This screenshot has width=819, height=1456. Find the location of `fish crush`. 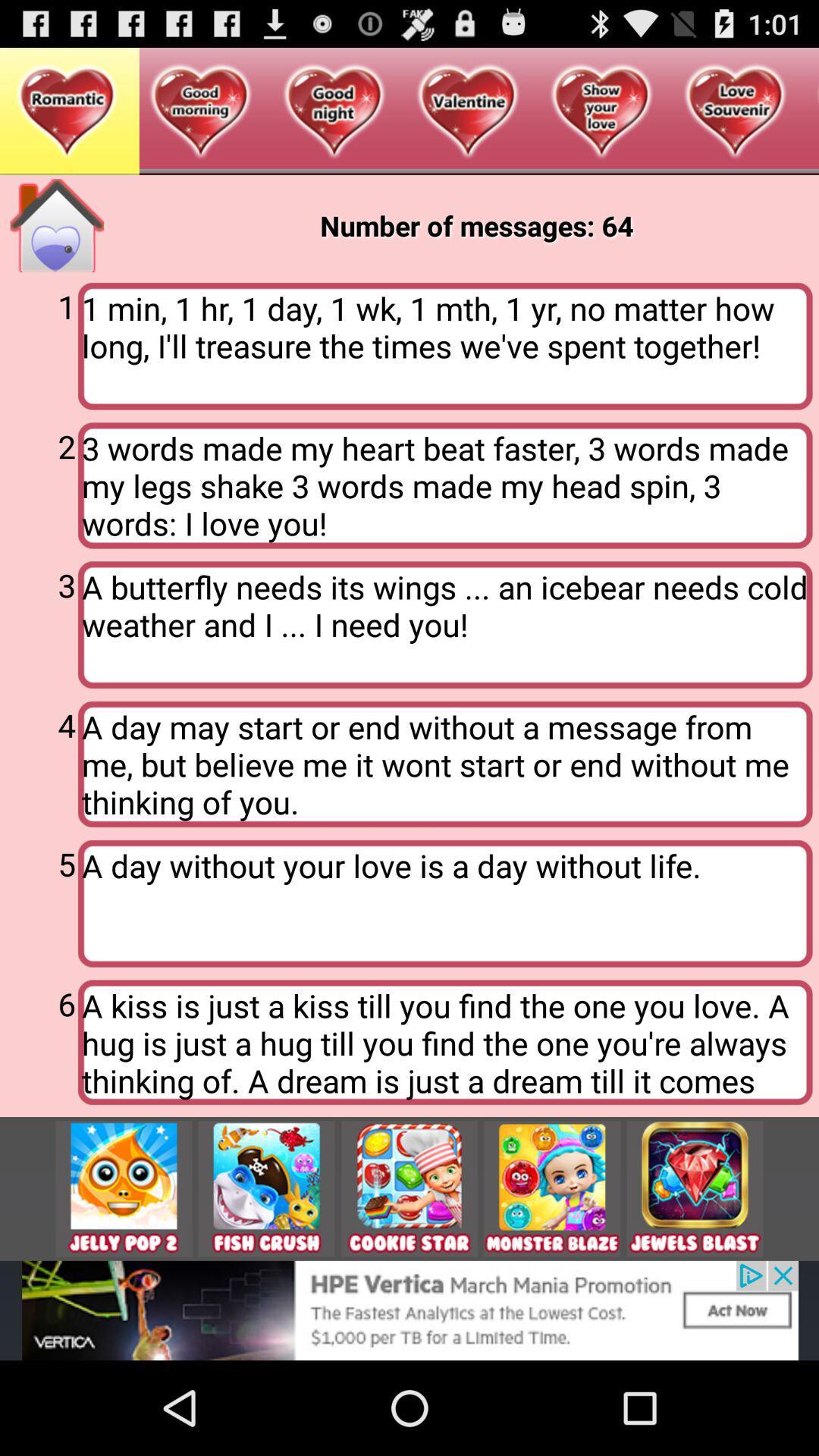

fish crush is located at coordinates (265, 1188).